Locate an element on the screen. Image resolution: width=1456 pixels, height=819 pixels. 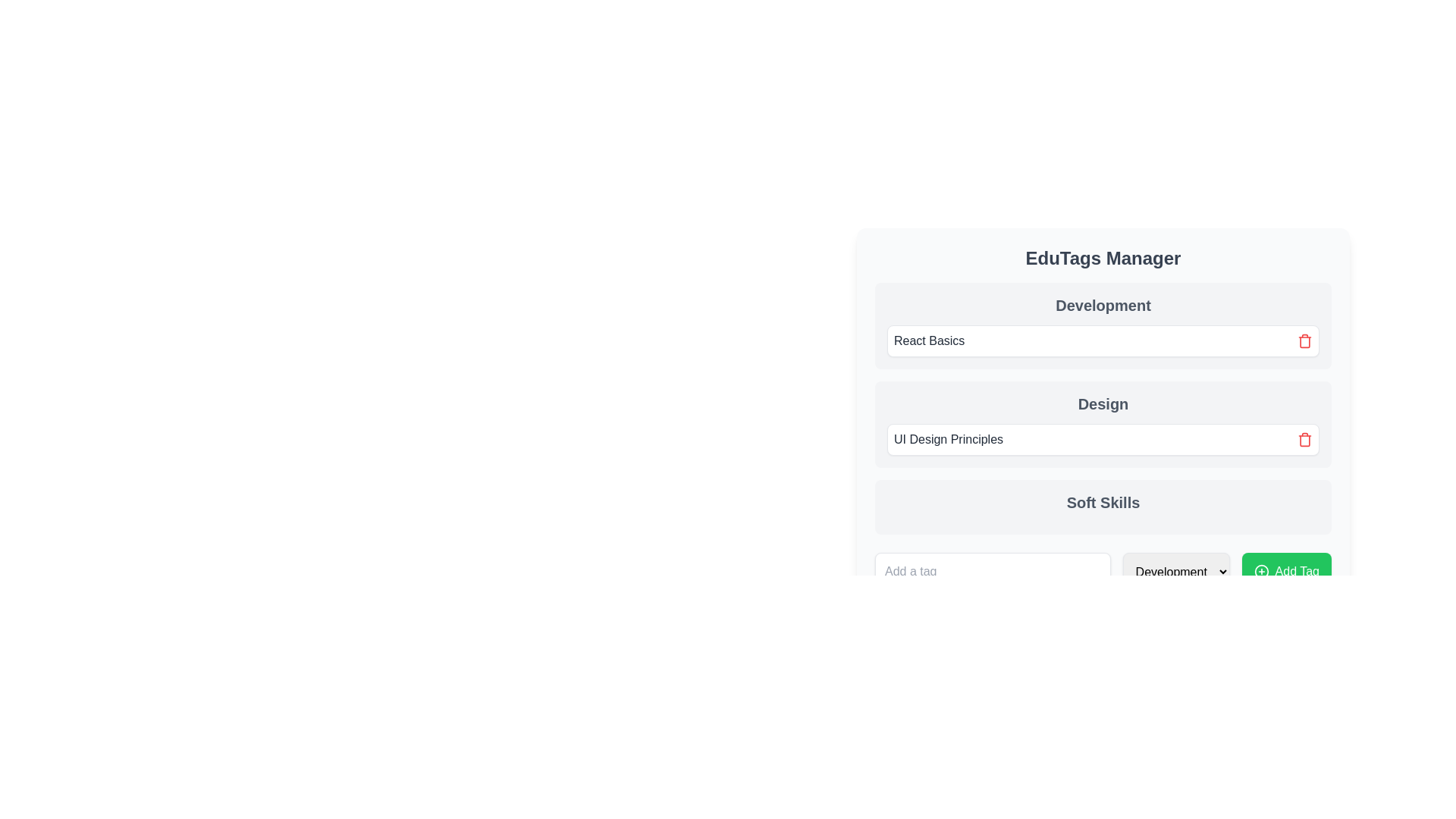
the text label element displaying 'React Basics' under the 'Development' header, which is non-interactive and serves as an identifier is located at coordinates (928, 341).